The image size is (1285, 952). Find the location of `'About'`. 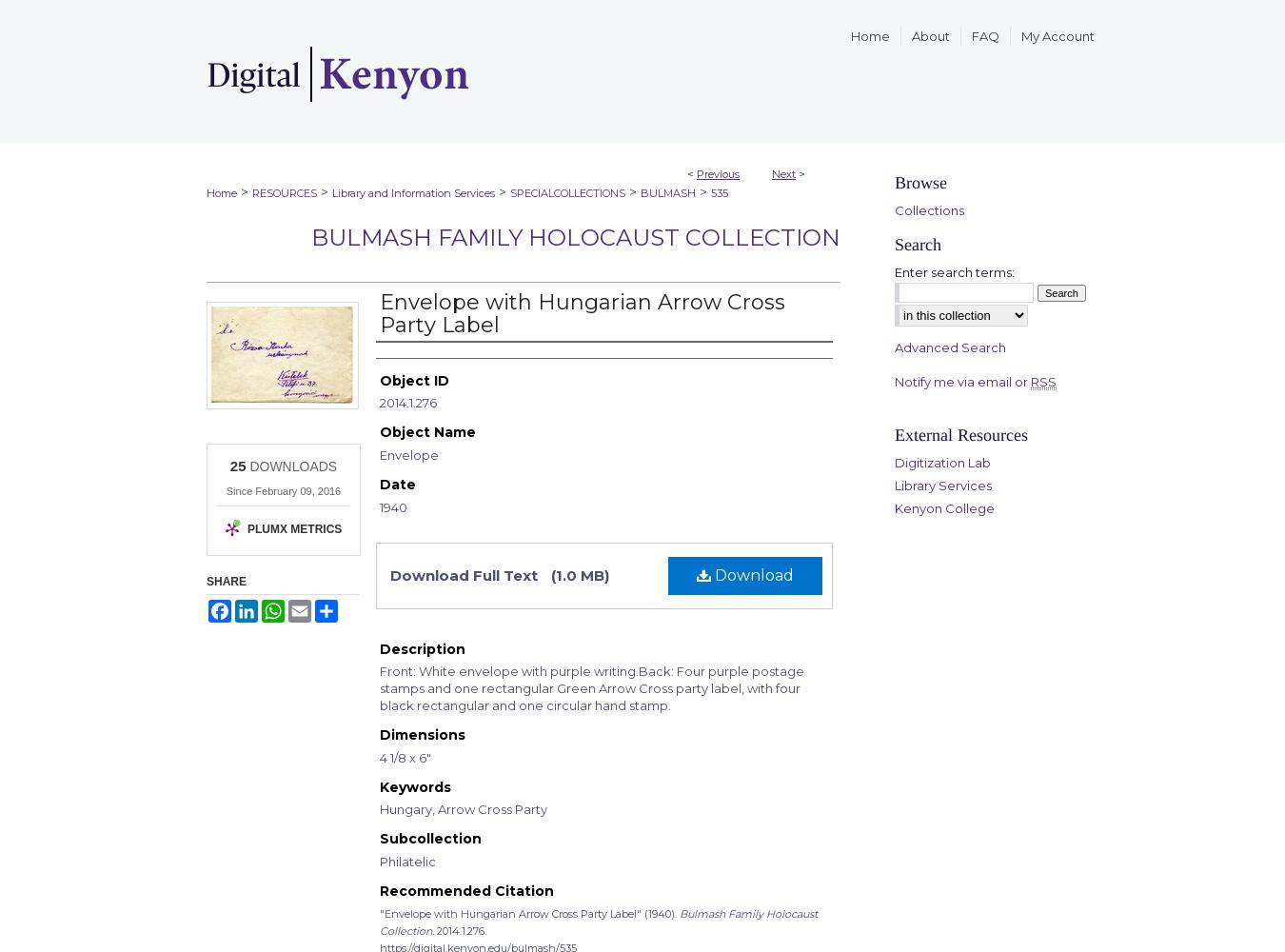

'About' is located at coordinates (929, 36).